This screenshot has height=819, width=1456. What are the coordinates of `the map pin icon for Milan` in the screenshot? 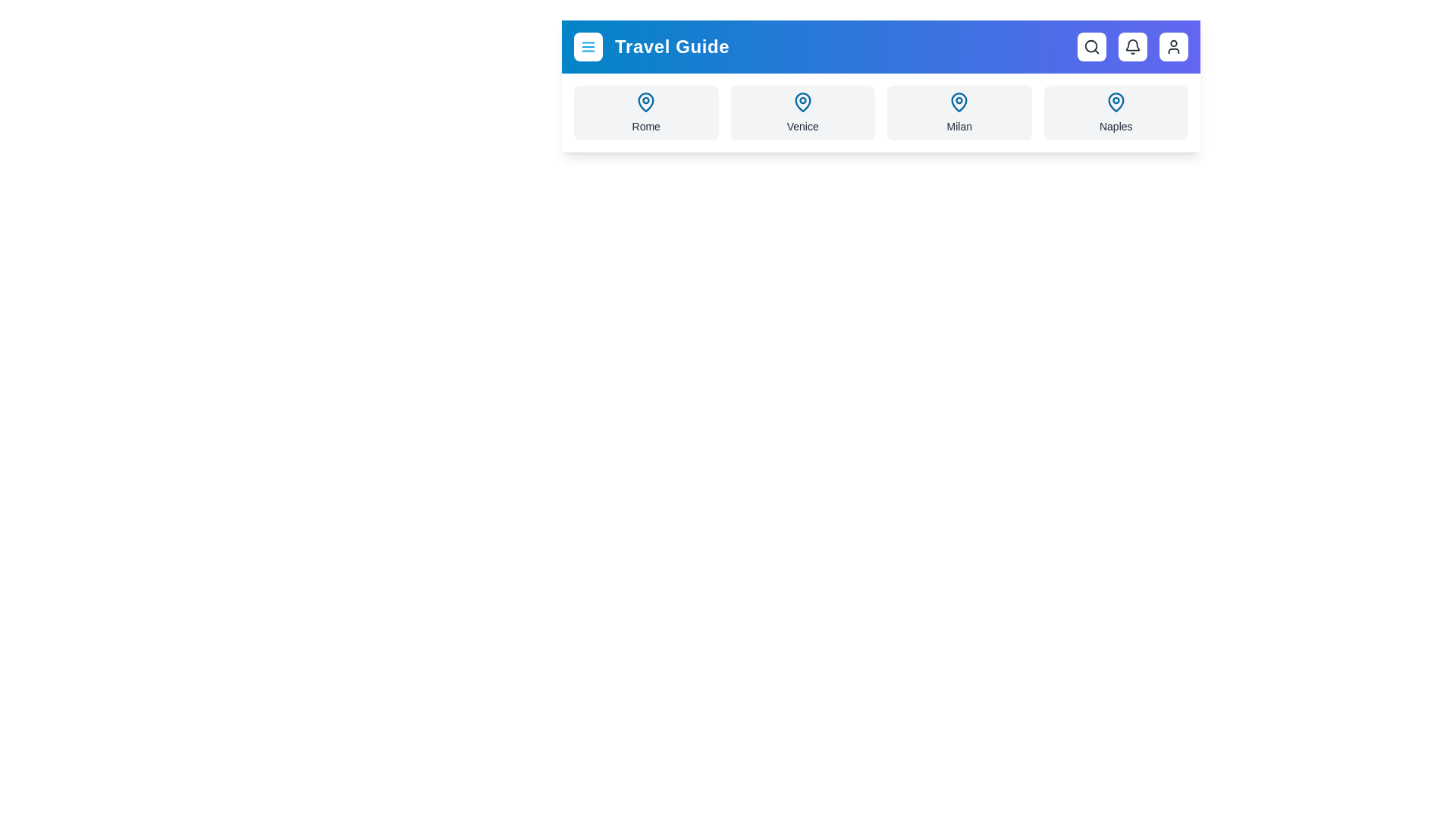 It's located at (959, 102).